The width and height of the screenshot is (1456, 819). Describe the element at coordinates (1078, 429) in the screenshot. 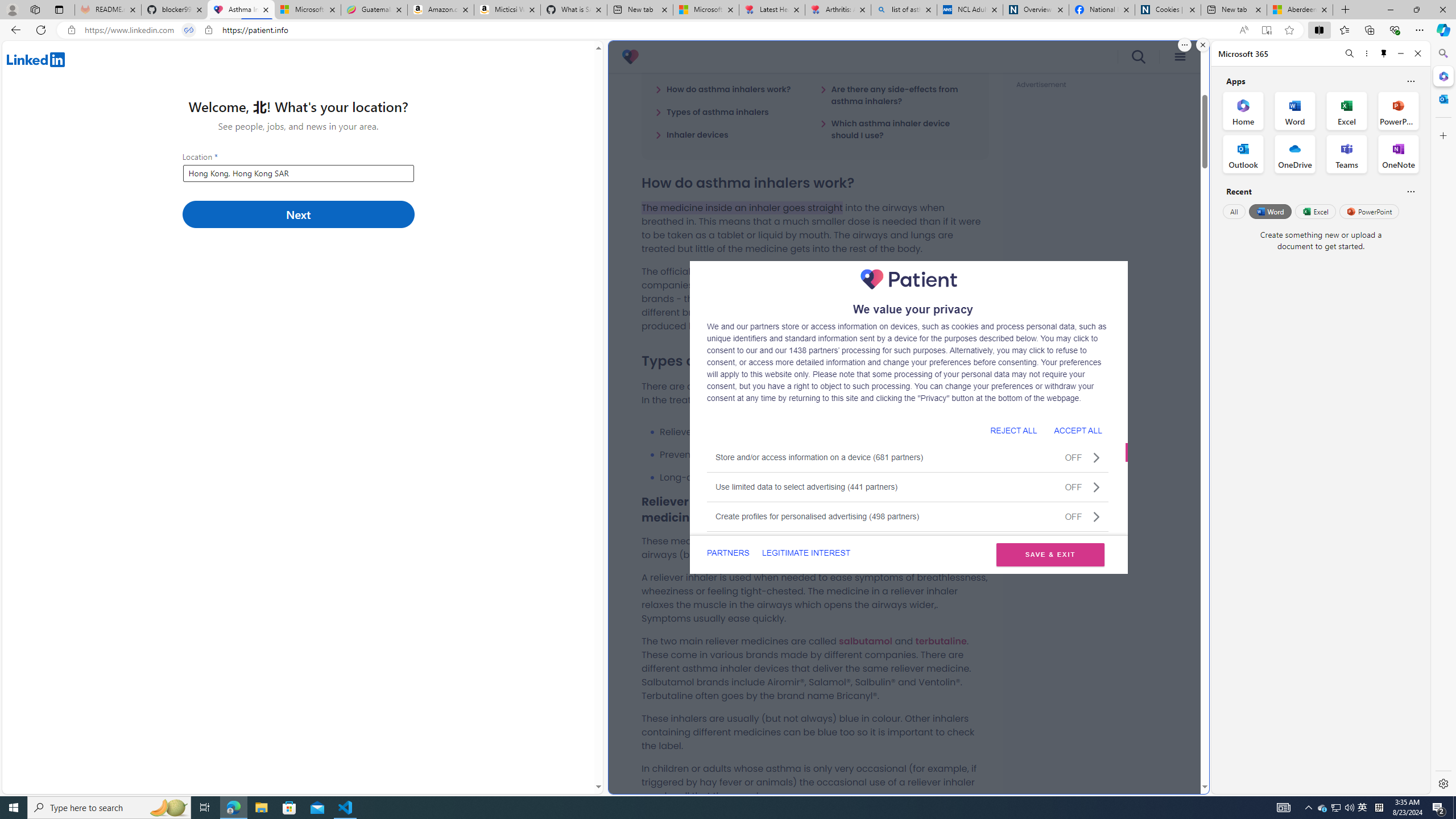

I see `'ACCEPT ALL'` at that location.